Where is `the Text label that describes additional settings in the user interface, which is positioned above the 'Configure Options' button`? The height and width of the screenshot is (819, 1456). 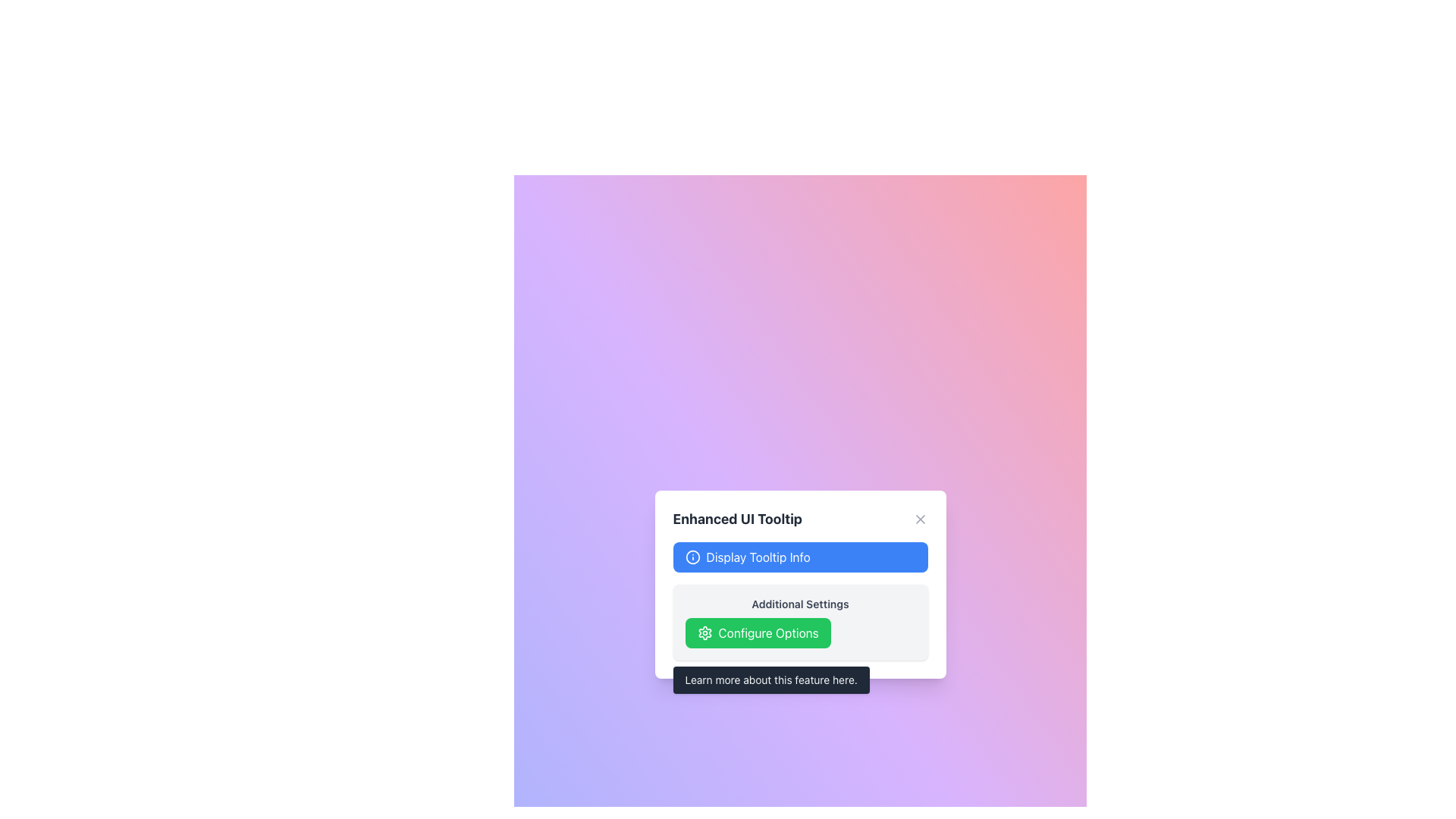
the Text label that describes additional settings in the user interface, which is positioned above the 'Configure Options' button is located at coordinates (799, 604).